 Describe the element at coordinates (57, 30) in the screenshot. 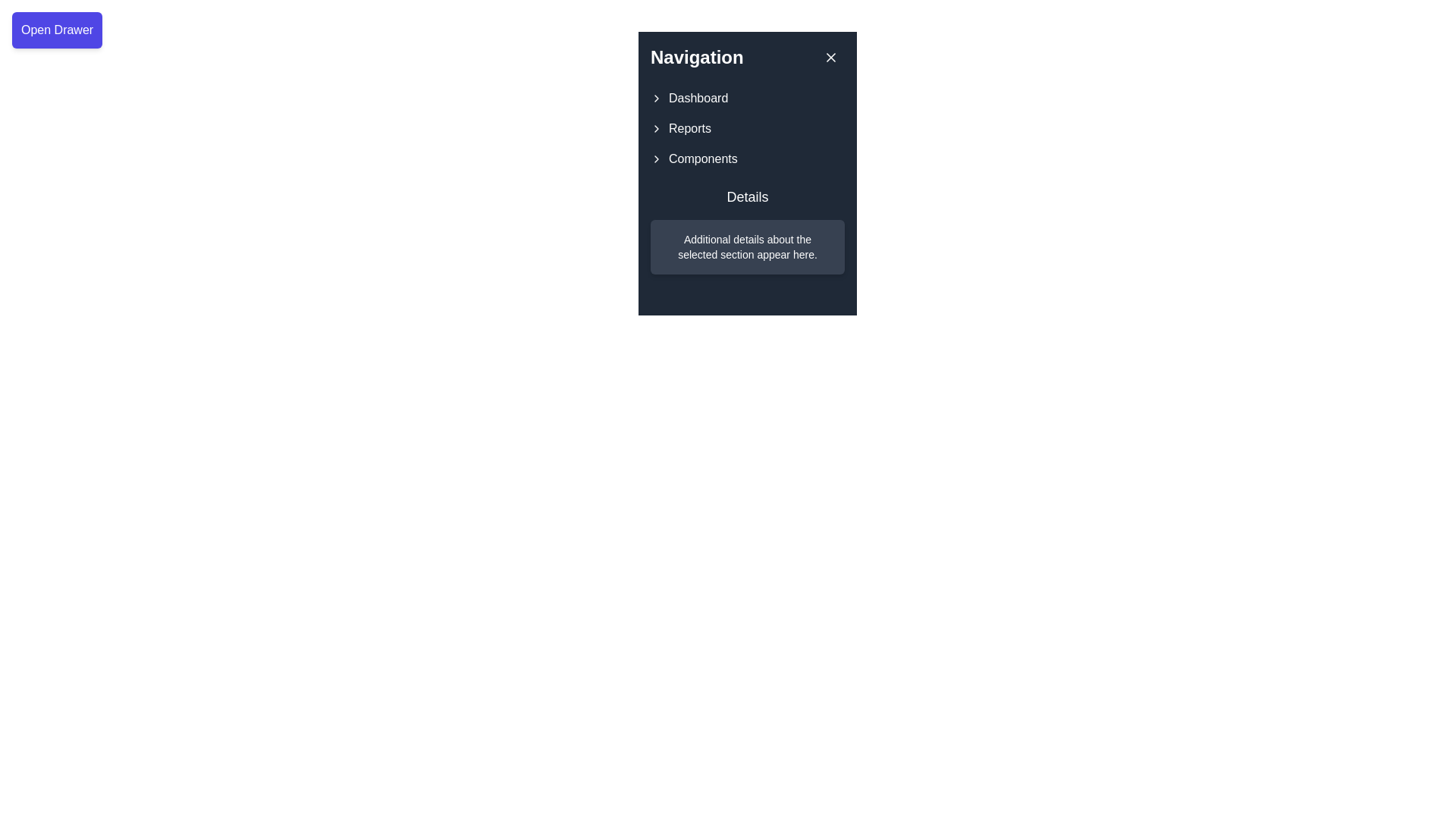

I see `the button in the top-left corner of the interface` at that location.